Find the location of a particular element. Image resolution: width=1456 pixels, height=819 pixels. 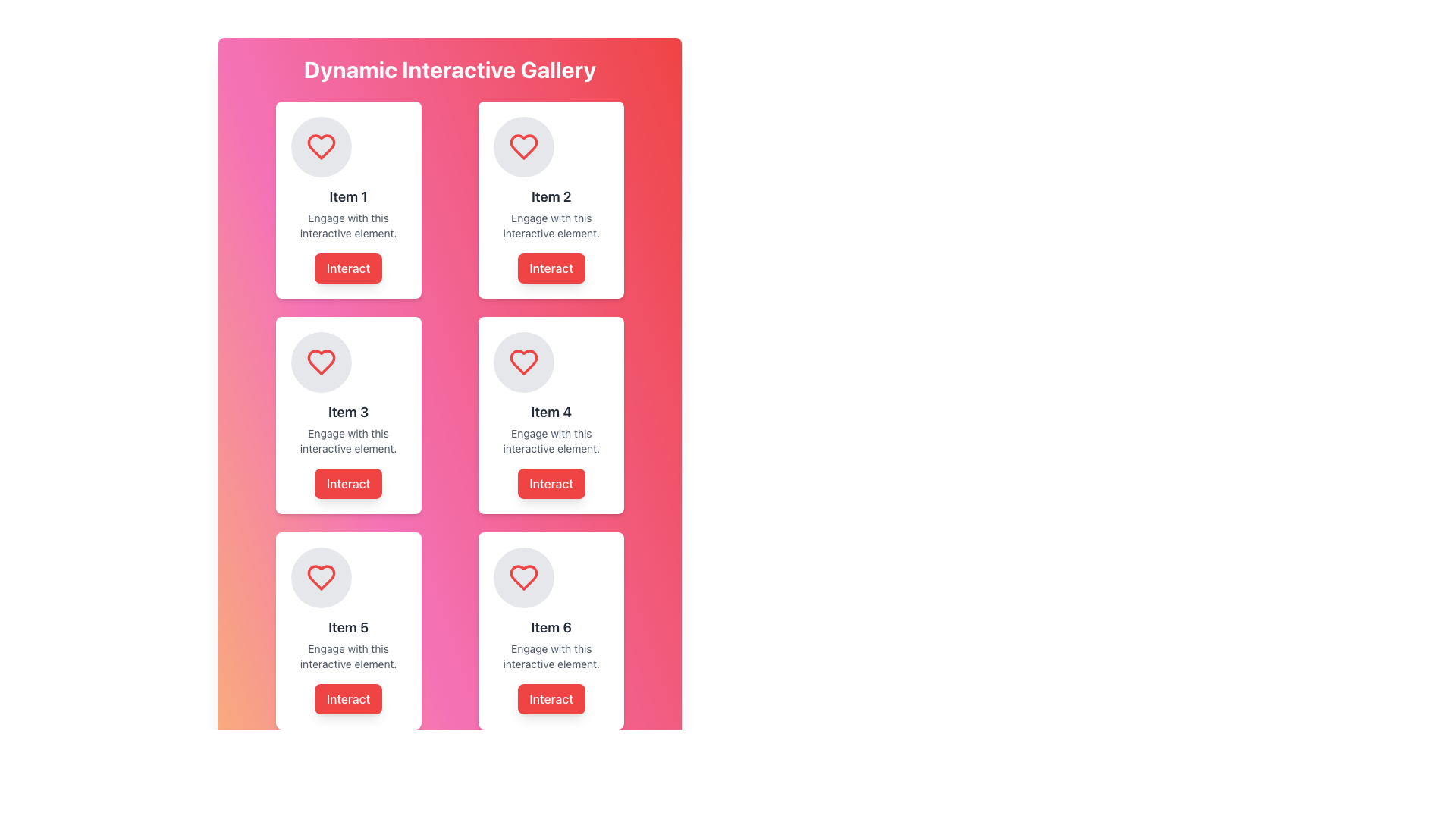

the circular icon with a gray background and a red heart shape inside, located in the top section of the card labeled 'Item 5' is located at coordinates (320, 578).